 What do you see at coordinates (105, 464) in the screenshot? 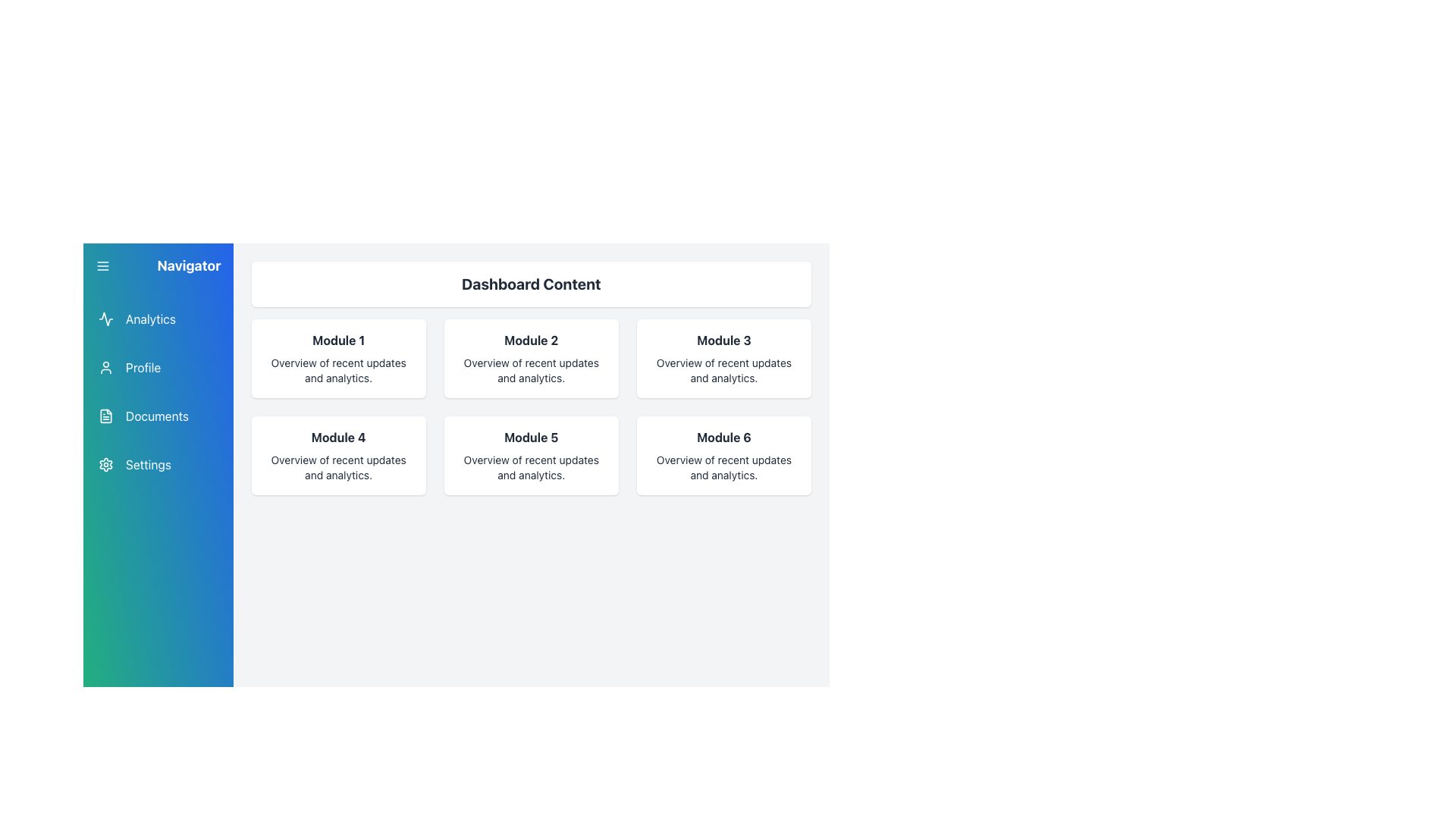
I see `the 'Settings' icon in the left sidebar navigation menu` at bounding box center [105, 464].